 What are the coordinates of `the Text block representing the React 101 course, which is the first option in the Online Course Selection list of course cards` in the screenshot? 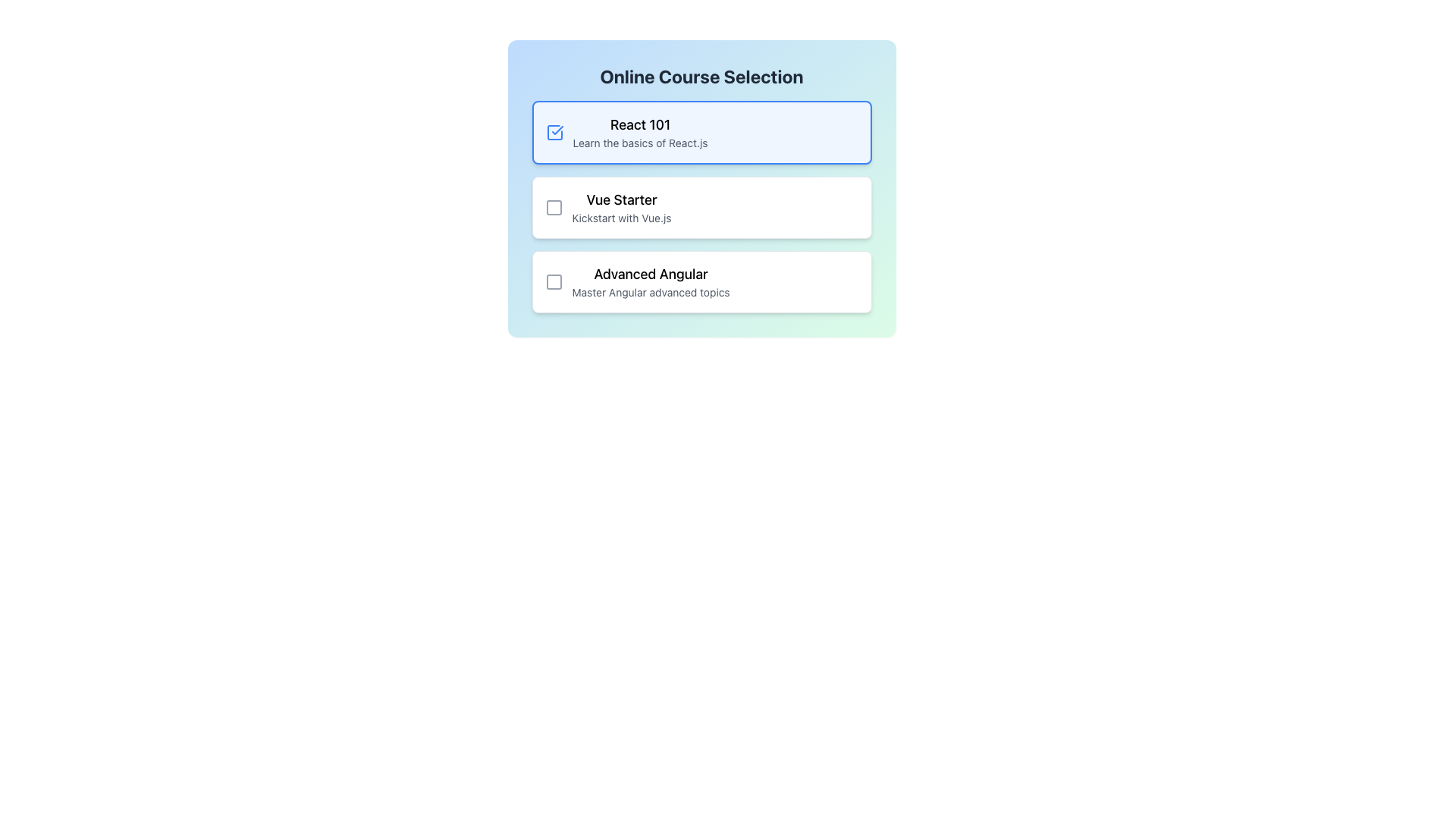 It's located at (626, 131).